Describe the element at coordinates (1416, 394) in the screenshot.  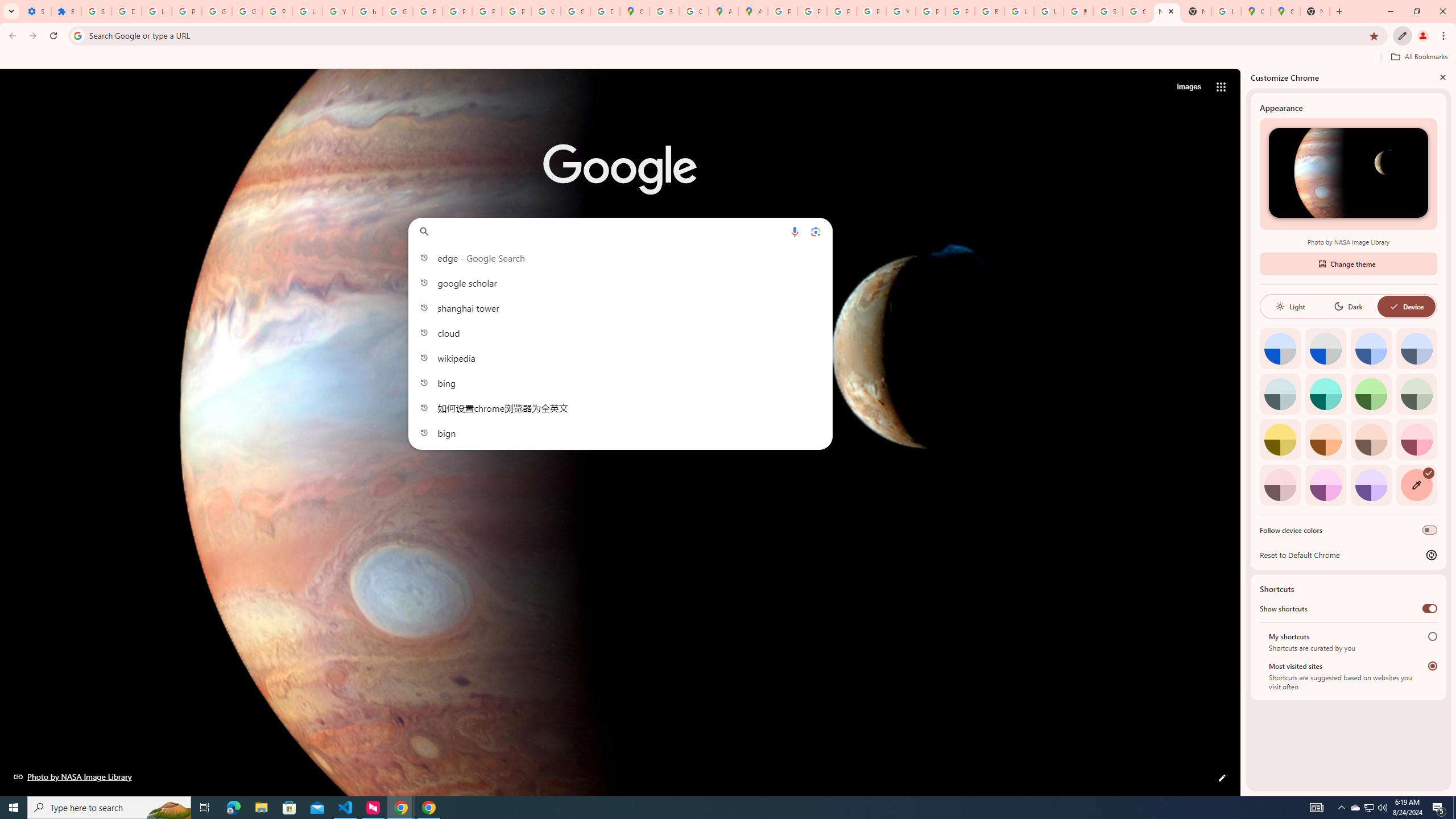
I see `'Viridian'` at that location.